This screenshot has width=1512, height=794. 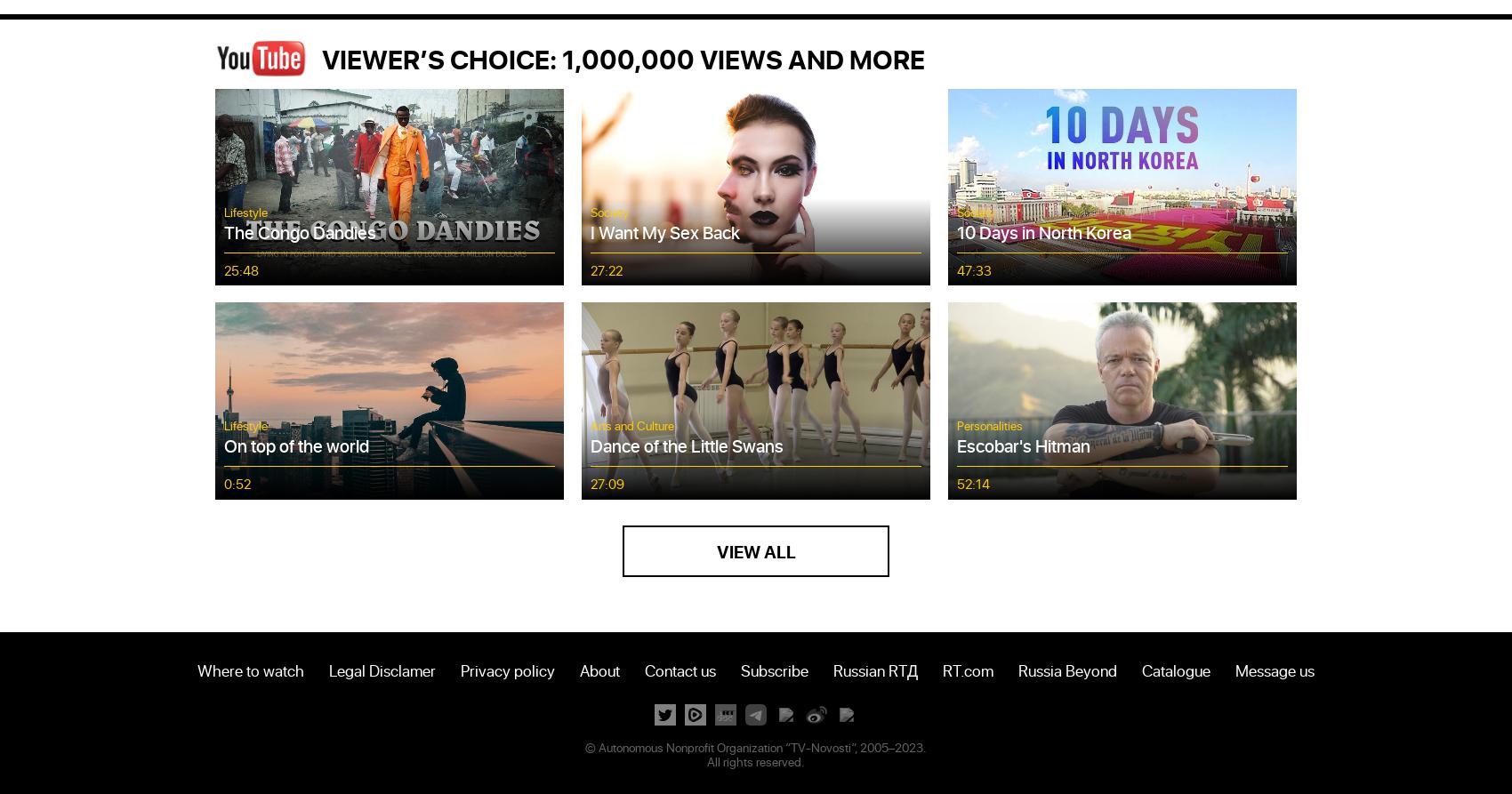 I want to click on 'About', so click(x=599, y=668).